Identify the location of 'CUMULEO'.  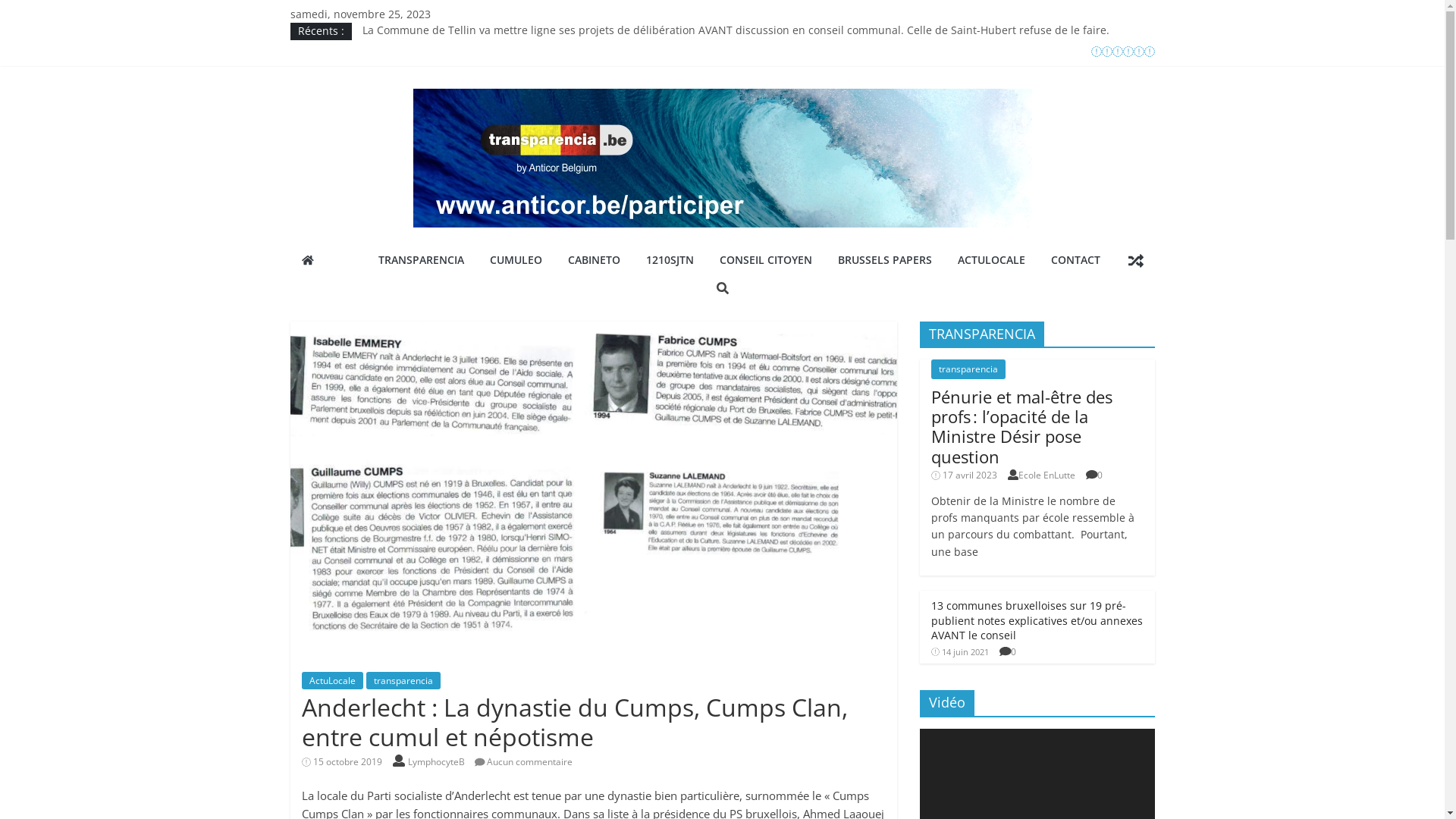
(516, 259).